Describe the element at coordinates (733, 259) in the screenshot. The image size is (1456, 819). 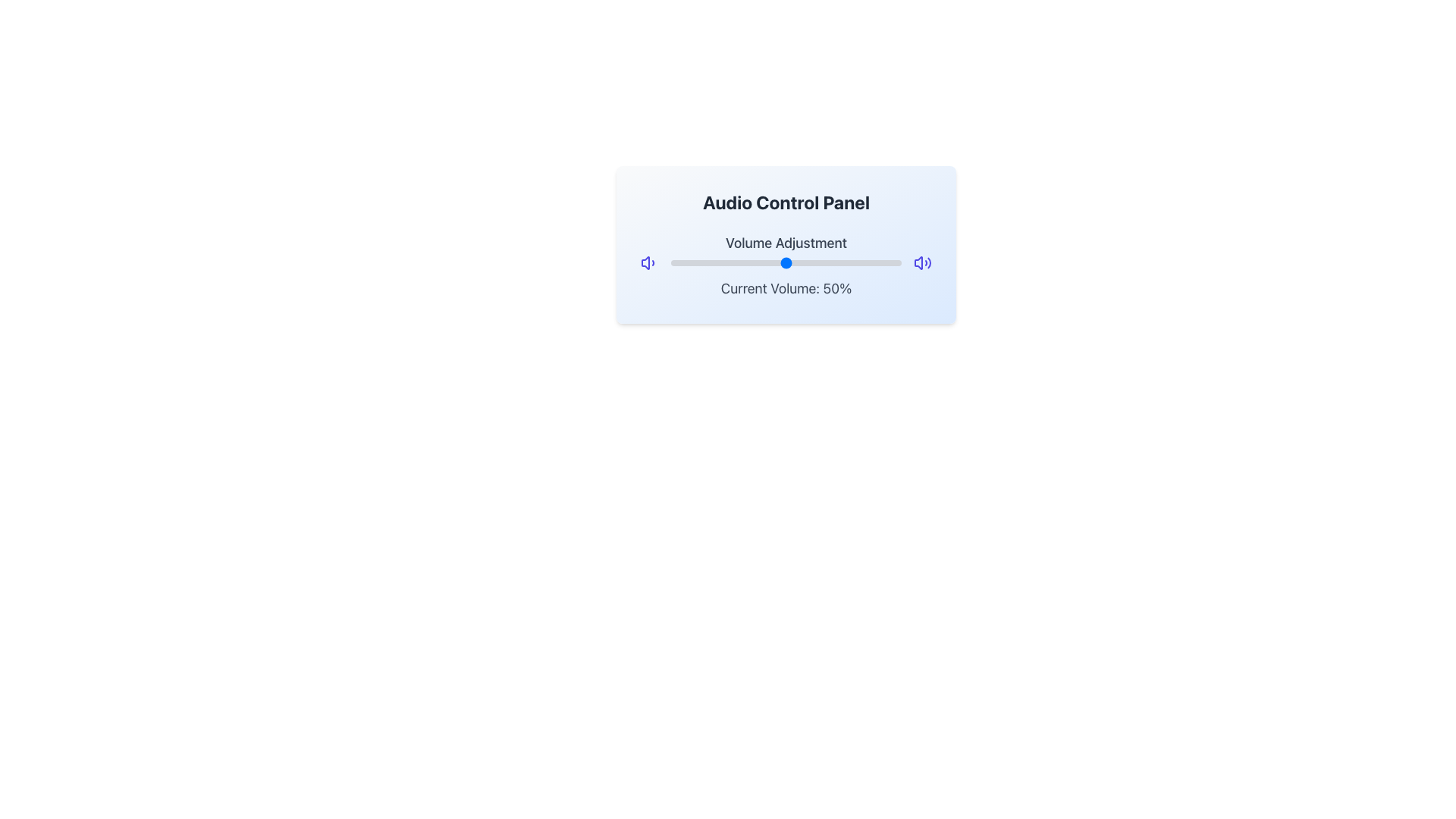
I see `the volume` at that location.